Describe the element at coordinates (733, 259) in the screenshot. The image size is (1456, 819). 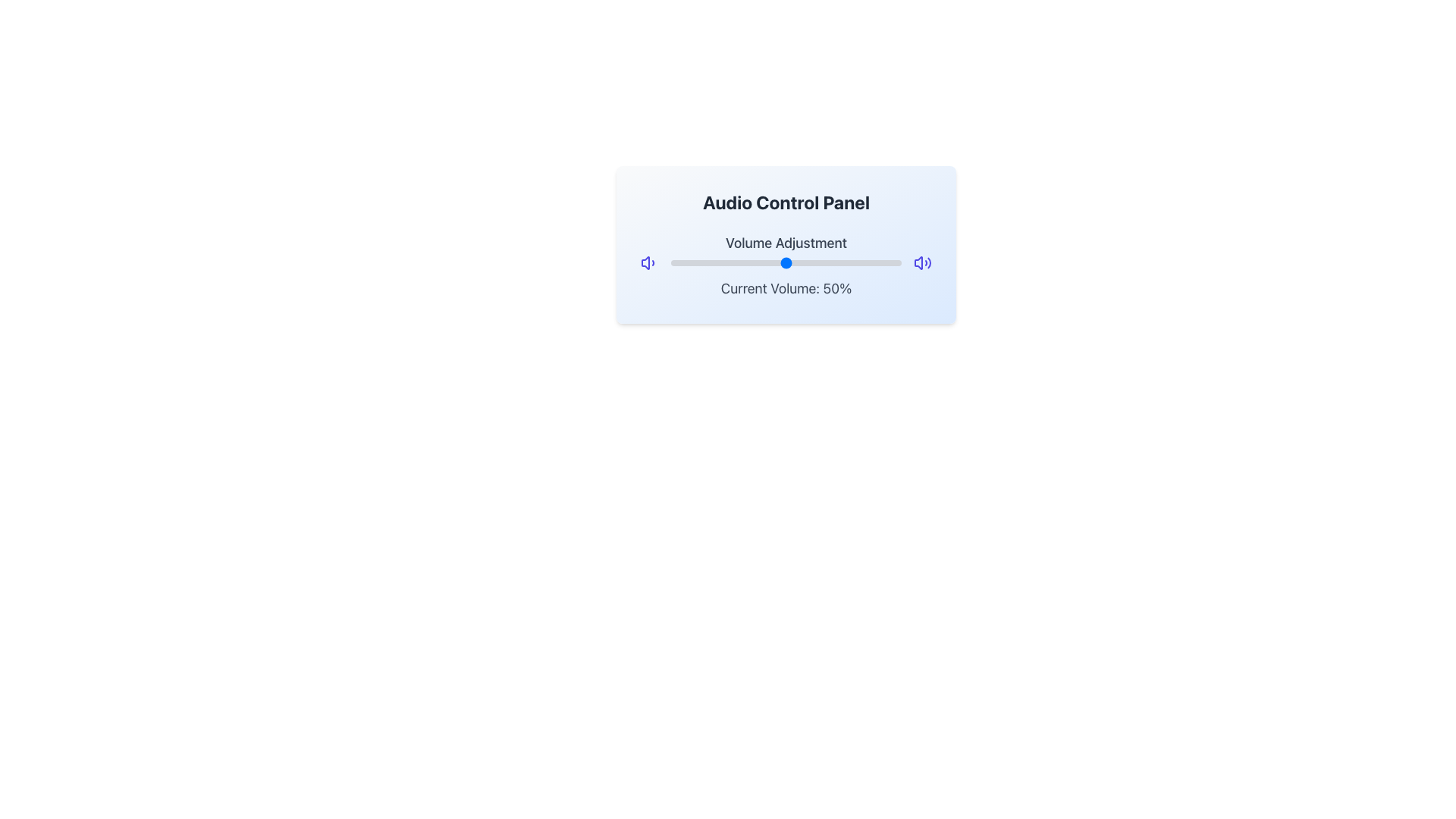
I see `the volume` at that location.